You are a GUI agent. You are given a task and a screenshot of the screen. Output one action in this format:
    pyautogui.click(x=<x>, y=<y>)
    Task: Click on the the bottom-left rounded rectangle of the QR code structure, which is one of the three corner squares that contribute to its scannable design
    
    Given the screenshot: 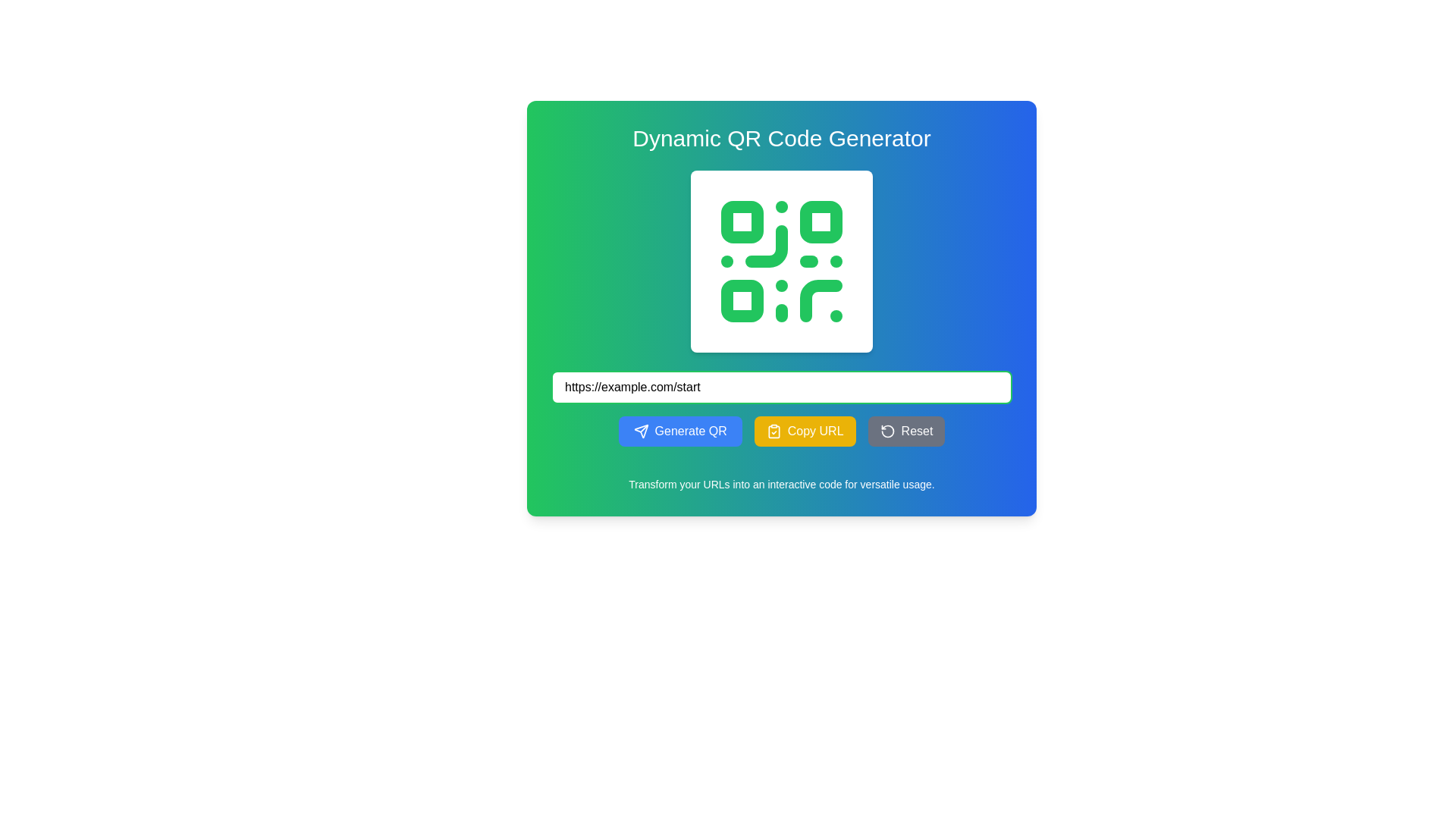 What is the action you would take?
    pyautogui.click(x=742, y=301)
    